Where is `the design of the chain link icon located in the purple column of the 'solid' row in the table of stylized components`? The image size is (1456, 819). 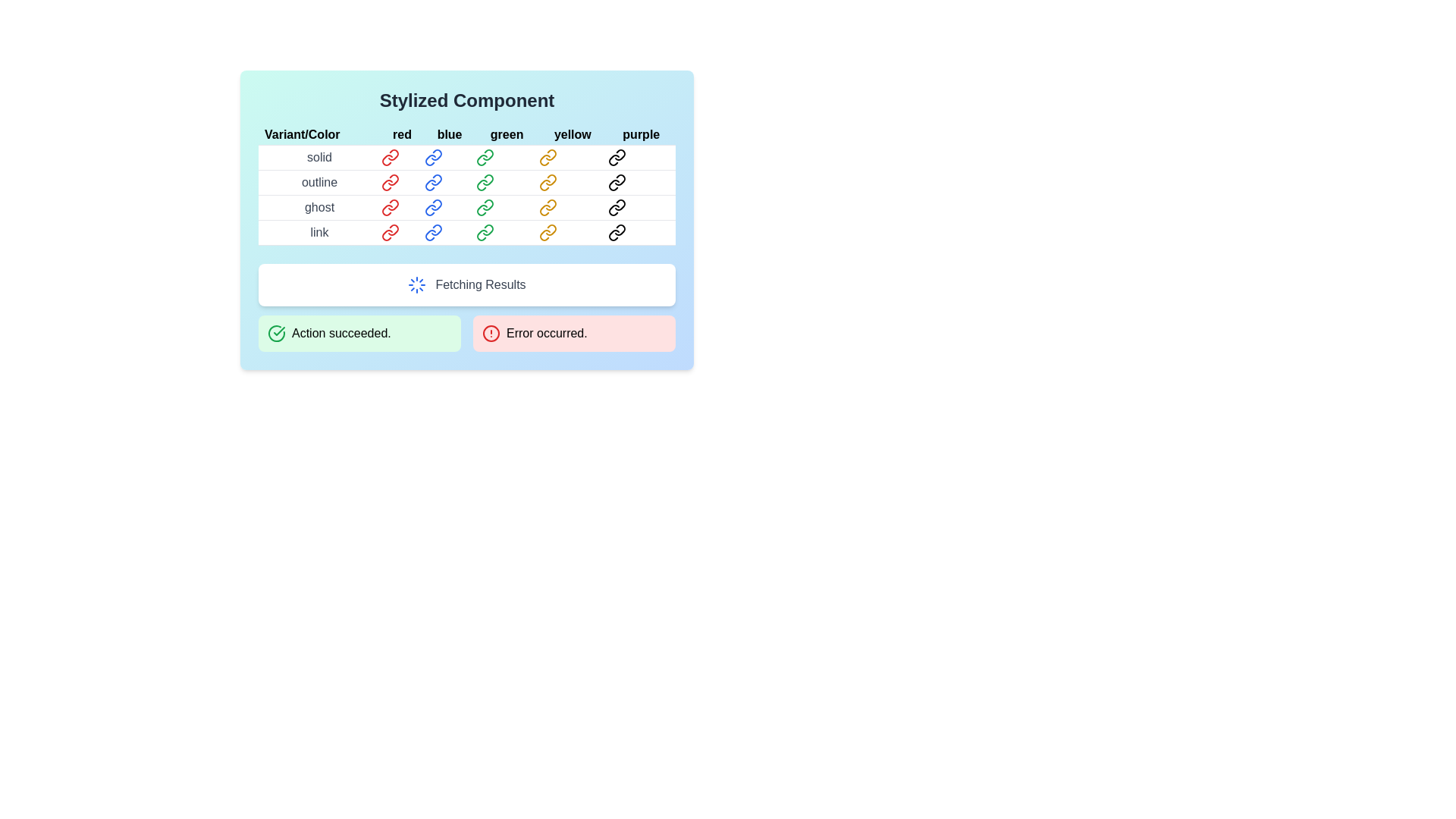 the design of the chain link icon located in the purple column of the 'solid' row in the table of stylized components is located at coordinates (620, 155).